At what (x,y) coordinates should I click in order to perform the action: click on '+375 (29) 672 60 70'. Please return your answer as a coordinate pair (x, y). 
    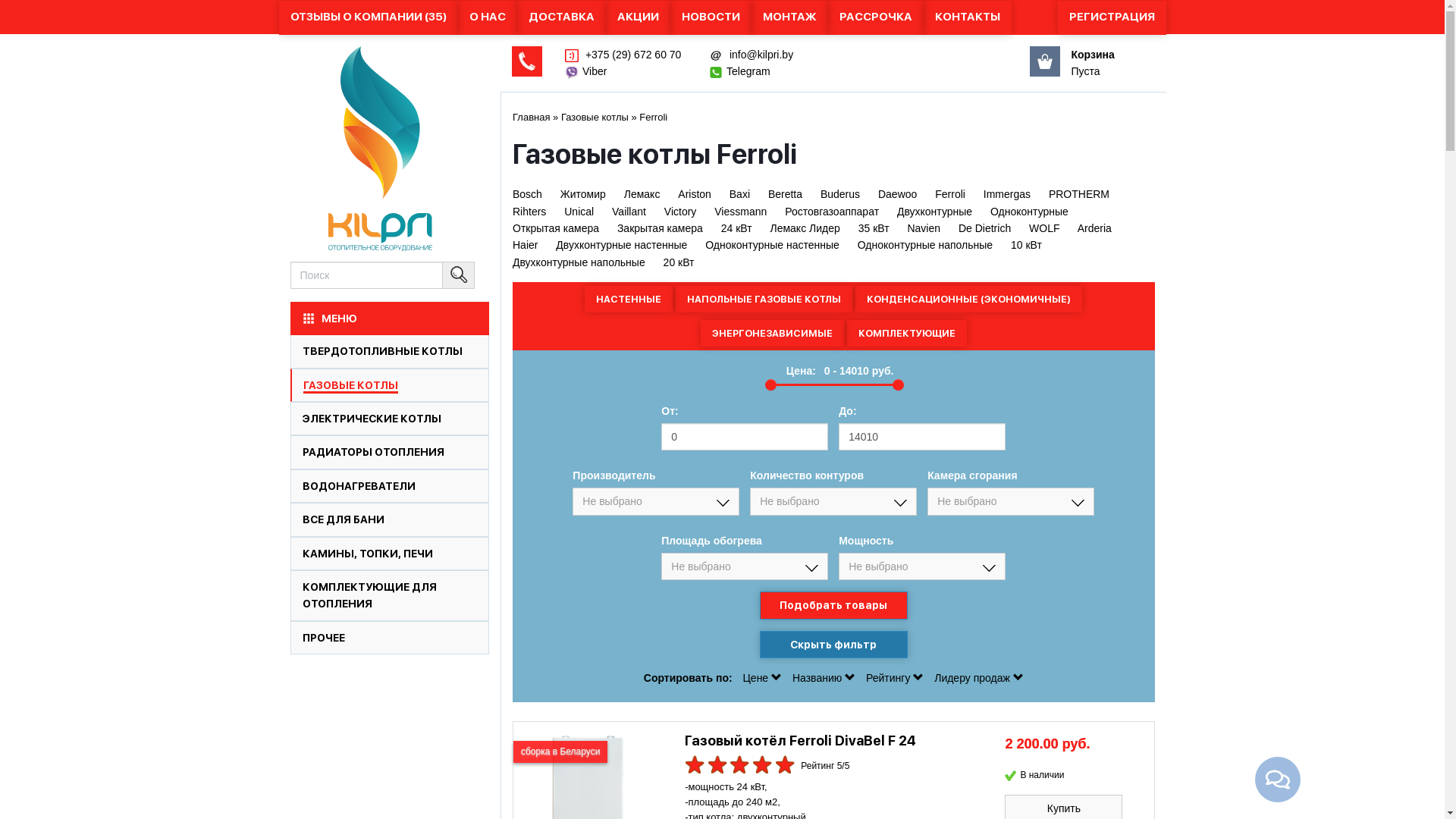
    Looking at the image, I should click on (632, 54).